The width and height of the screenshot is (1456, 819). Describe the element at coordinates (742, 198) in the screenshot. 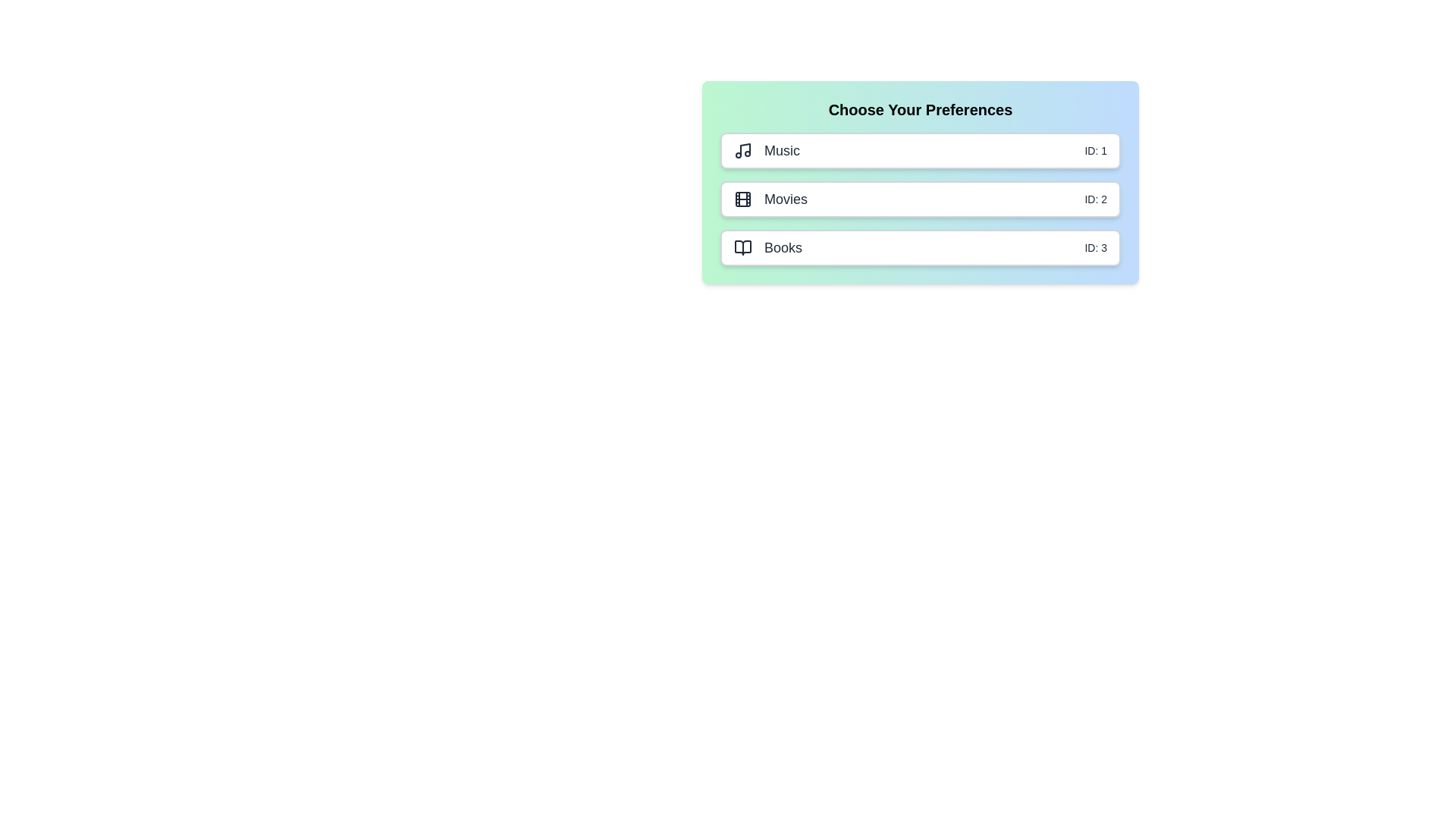

I see `the icon of the selected item (Movies)` at that location.